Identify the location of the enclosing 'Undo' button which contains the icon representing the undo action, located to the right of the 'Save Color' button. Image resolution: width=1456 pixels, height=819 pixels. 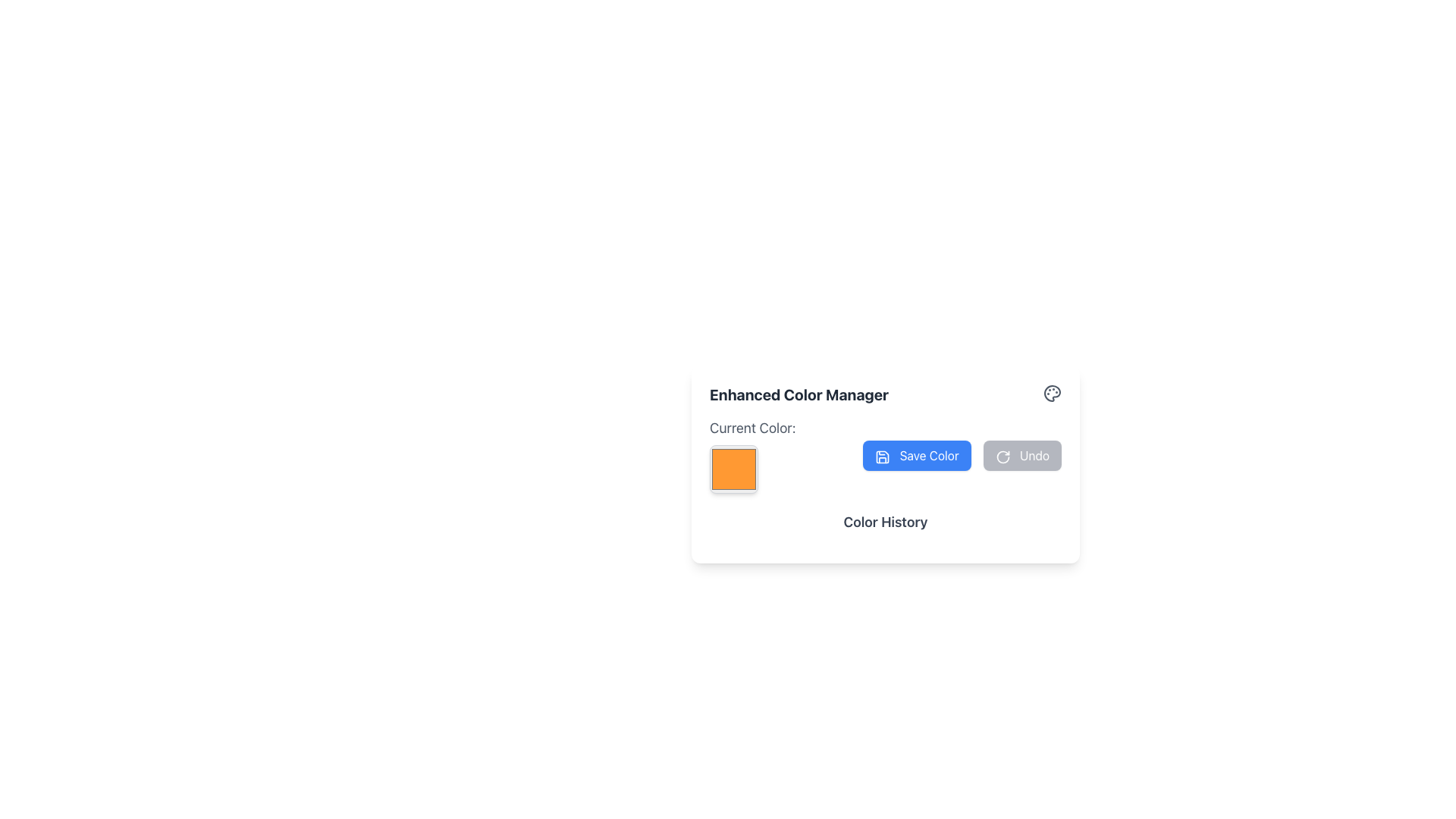
(1003, 456).